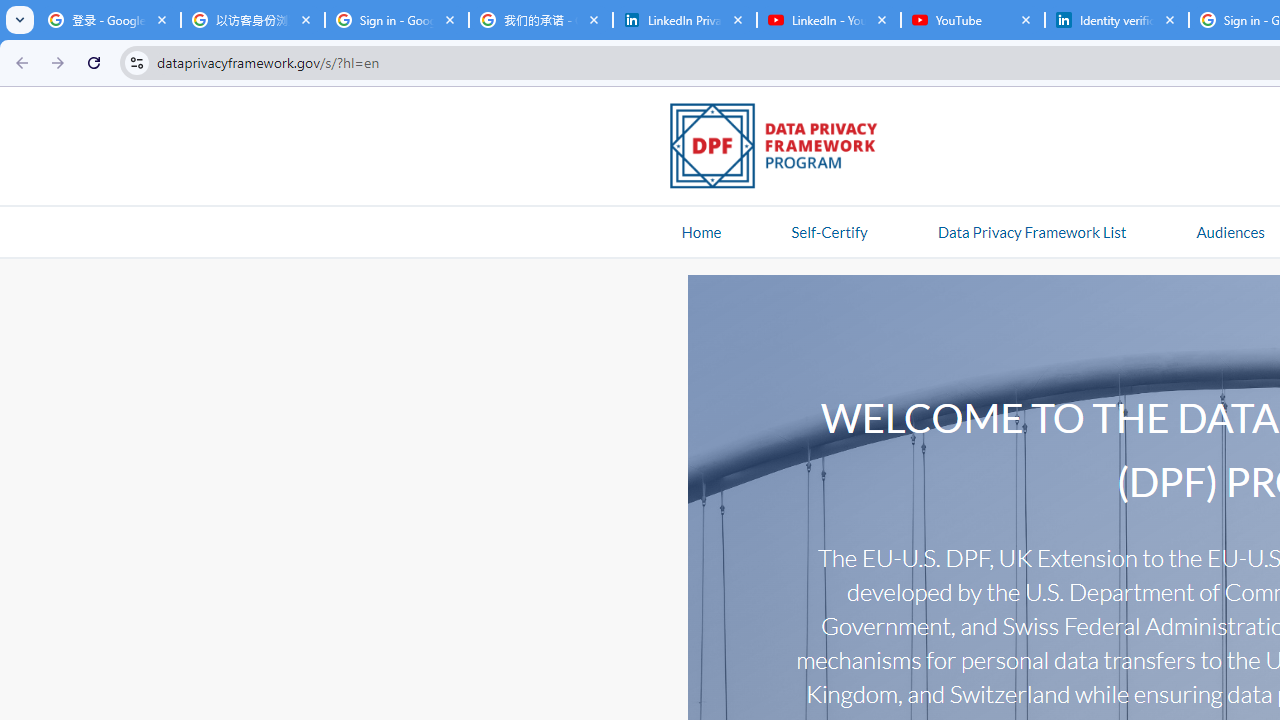 The image size is (1280, 720). What do you see at coordinates (828, 20) in the screenshot?
I see `'LinkedIn - YouTube'` at bounding box center [828, 20].